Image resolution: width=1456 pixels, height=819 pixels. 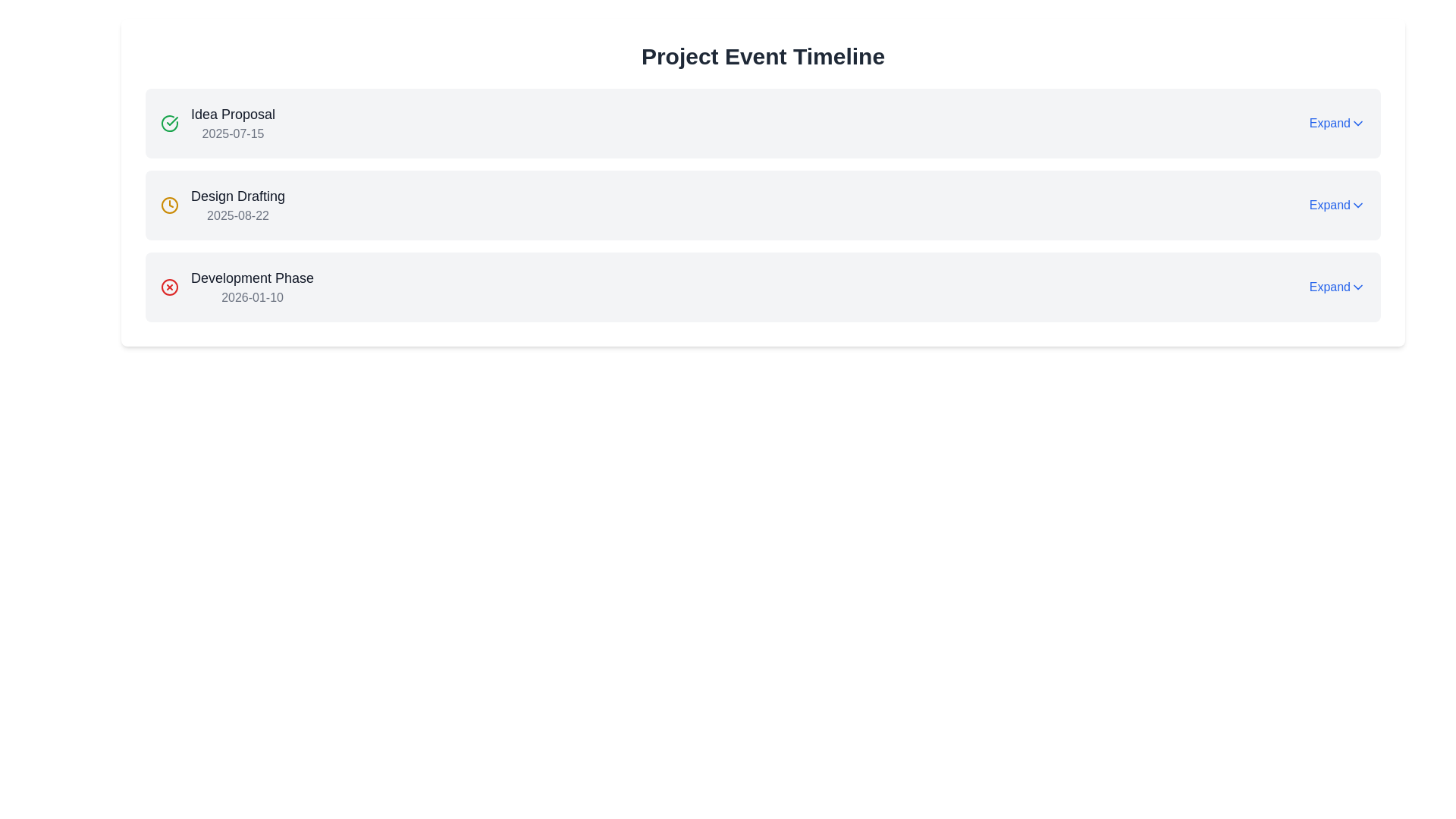 What do you see at coordinates (253, 297) in the screenshot?
I see `the text label that displays the date for the 'Development Phase' of the project, which is positioned to the right of the main title in the same row` at bounding box center [253, 297].